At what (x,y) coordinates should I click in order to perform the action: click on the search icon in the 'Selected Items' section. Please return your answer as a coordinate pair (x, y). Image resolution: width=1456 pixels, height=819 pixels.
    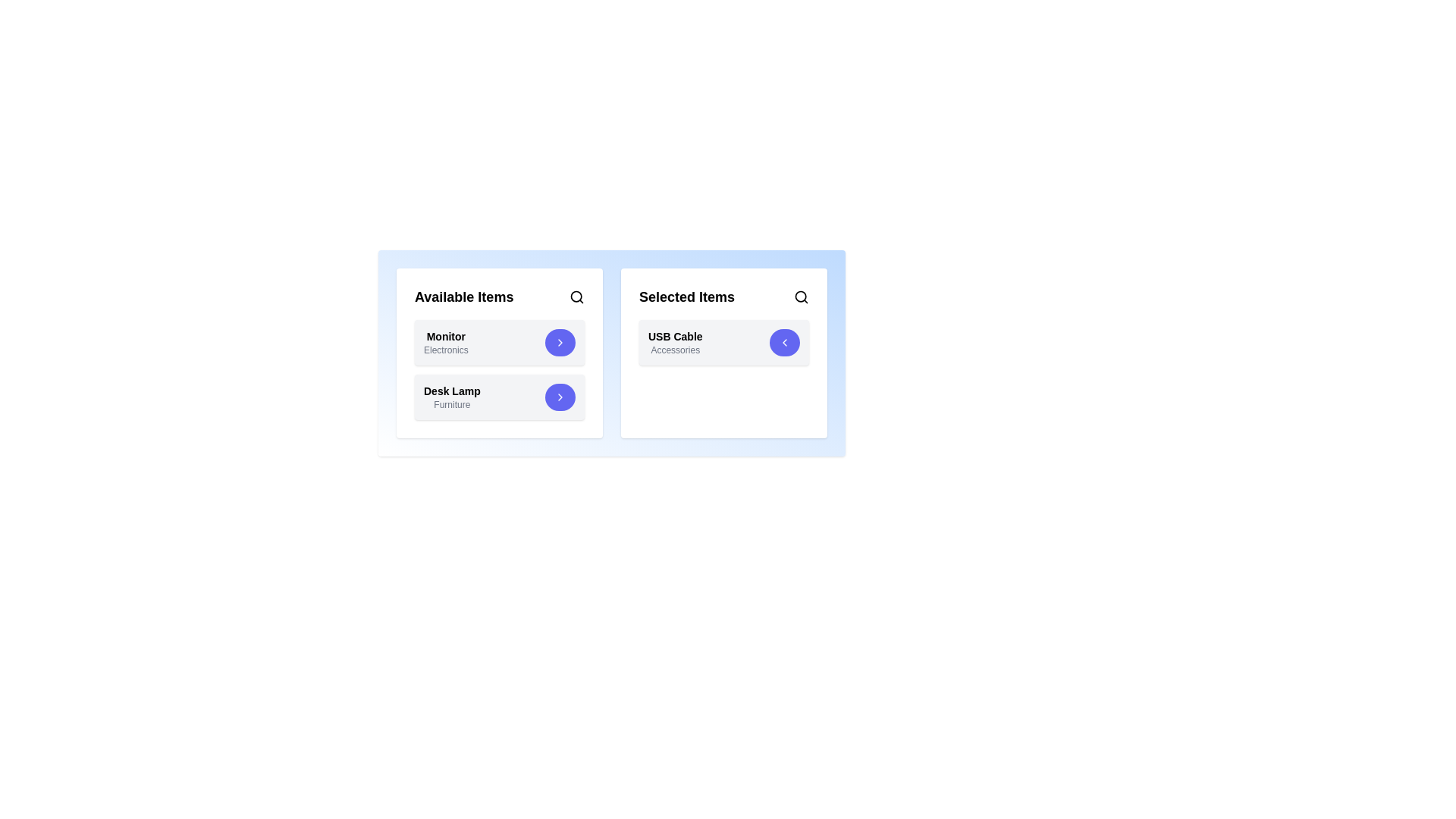
    Looking at the image, I should click on (800, 297).